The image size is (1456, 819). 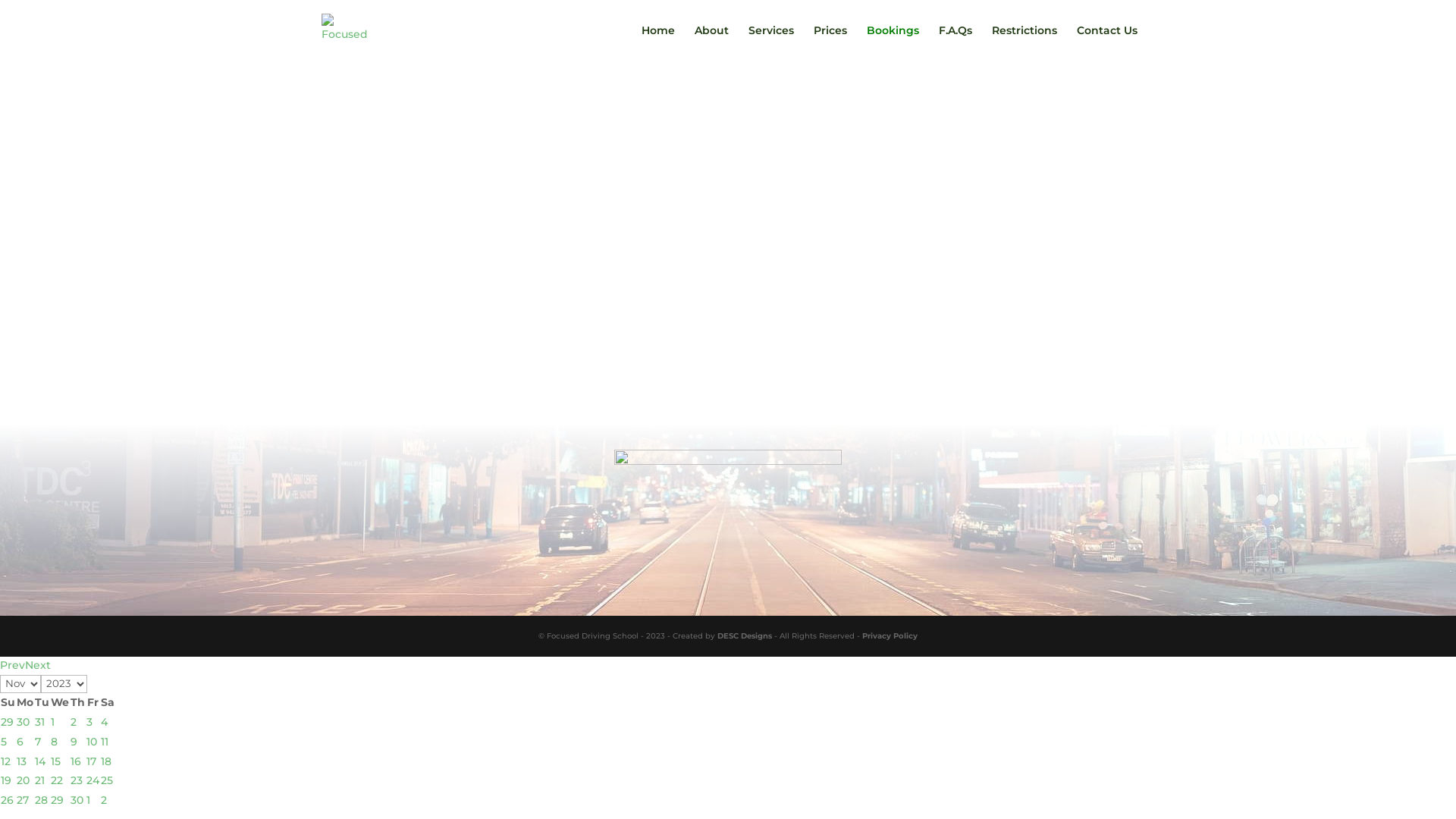 What do you see at coordinates (0, 761) in the screenshot?
I see `'12'` at bounding box center [0, 761].